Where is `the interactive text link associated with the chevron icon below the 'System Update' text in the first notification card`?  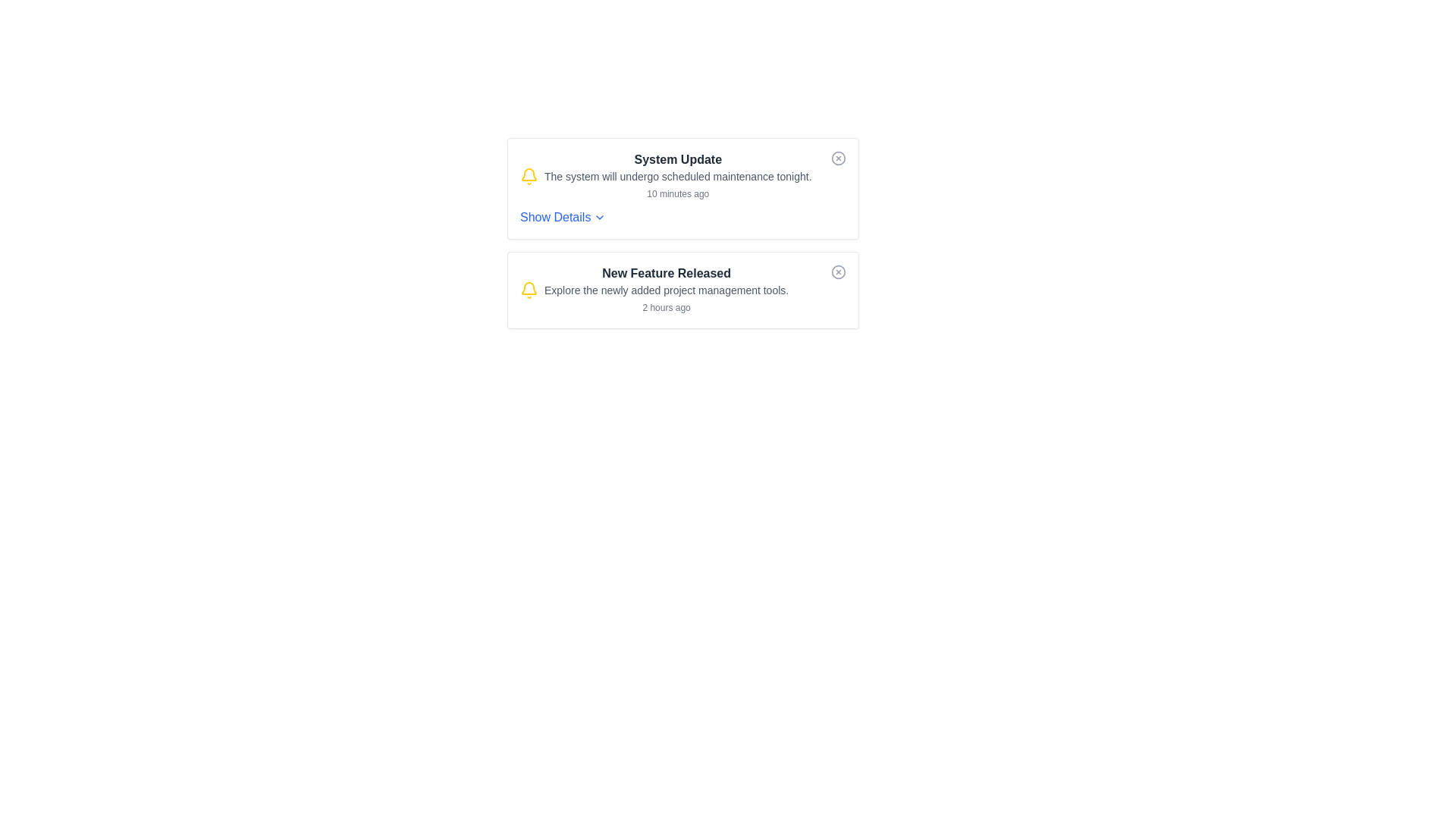 the interactive text link associated with the chevron icon below the 'System Update' text in the first notification card is located at coordinates (562, 217).